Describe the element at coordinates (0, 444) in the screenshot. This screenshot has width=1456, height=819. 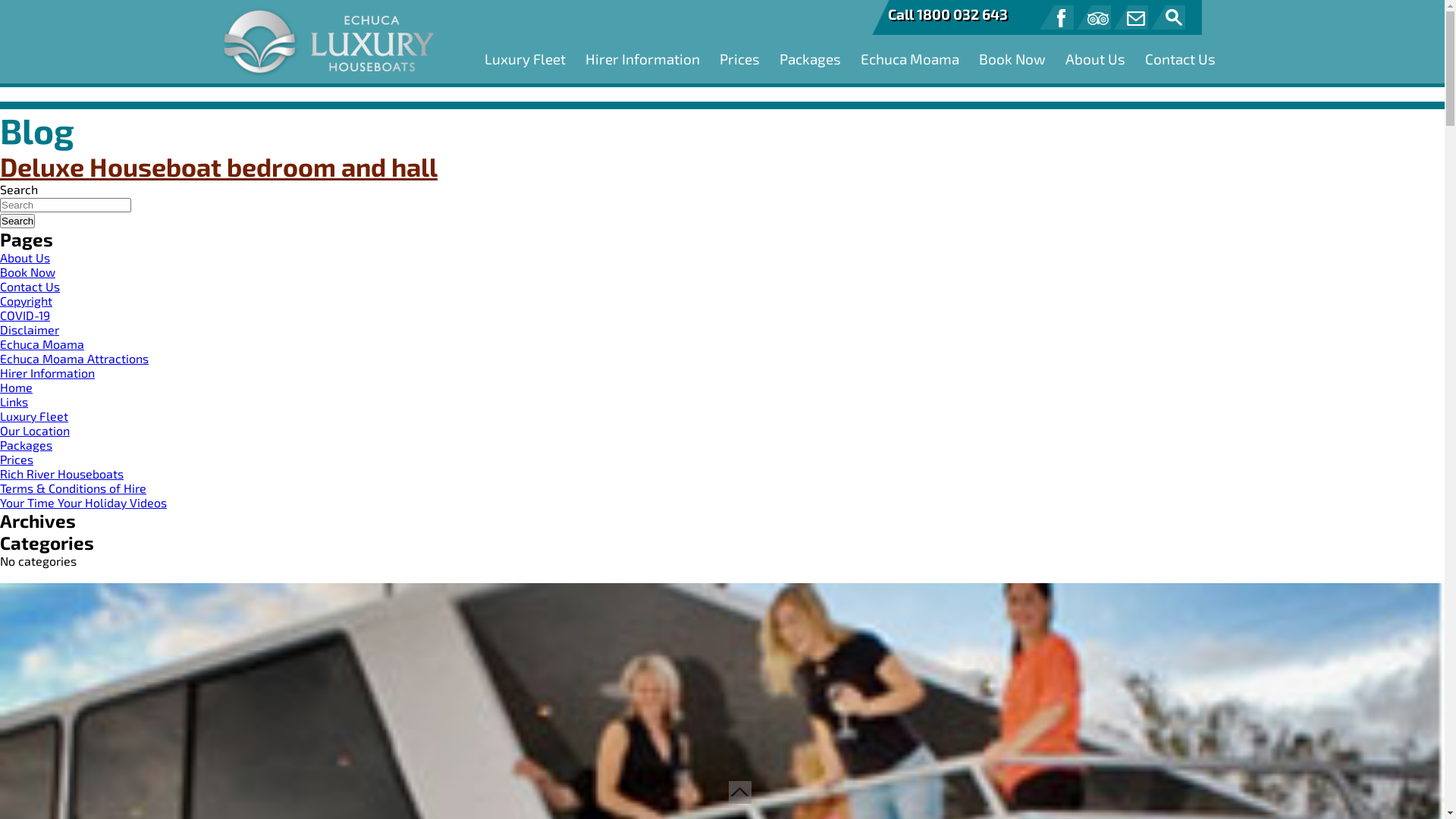
I see `'Packages'` at that location.